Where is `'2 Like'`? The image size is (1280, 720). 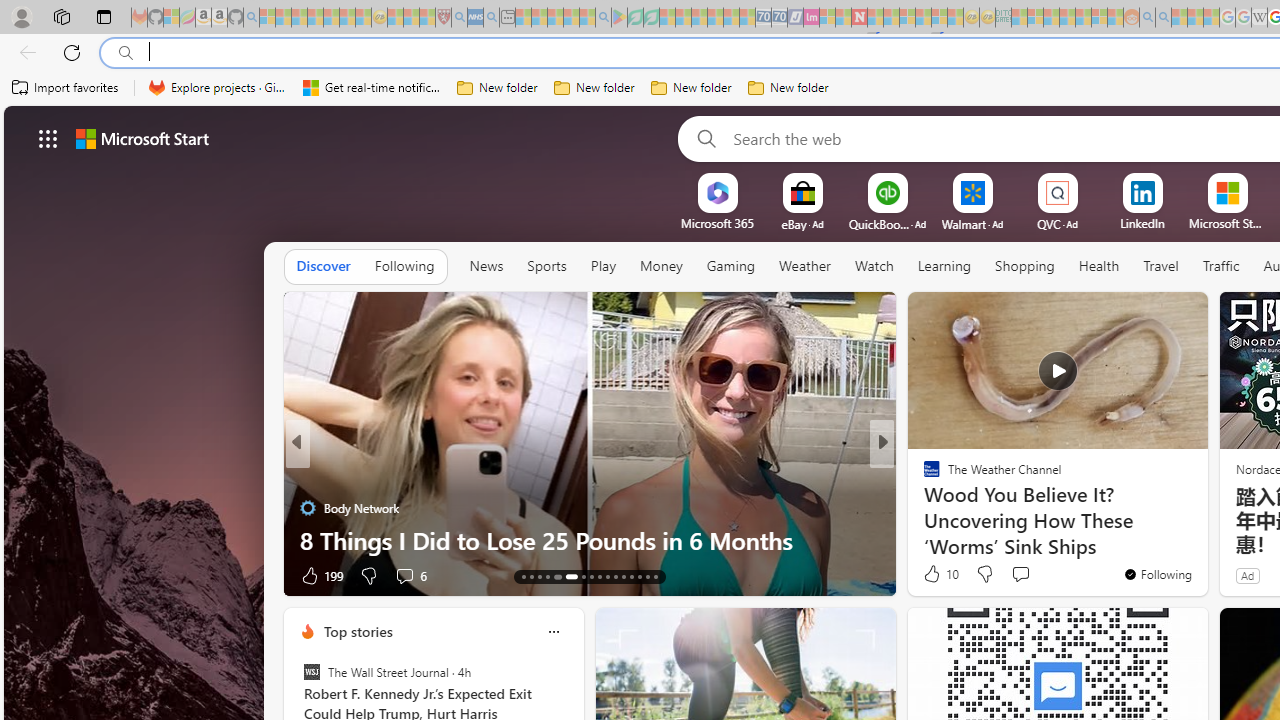
'2 Like' is located at coordinates (929, 575).